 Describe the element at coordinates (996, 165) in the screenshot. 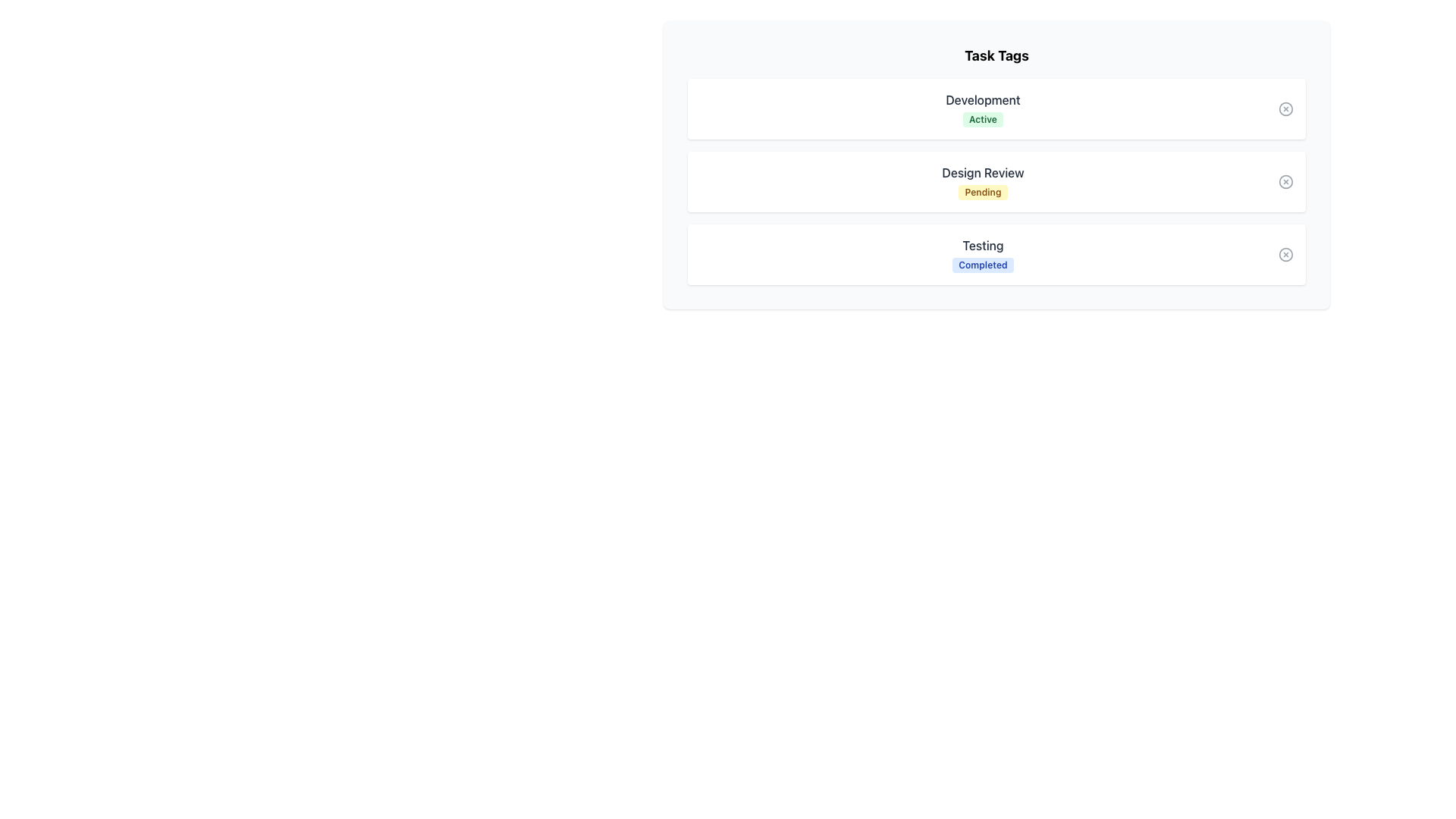

I see `the List item representing the task labeled 'Design Review' with status 'Pending', located below the 'Task Tags' header` at that location.